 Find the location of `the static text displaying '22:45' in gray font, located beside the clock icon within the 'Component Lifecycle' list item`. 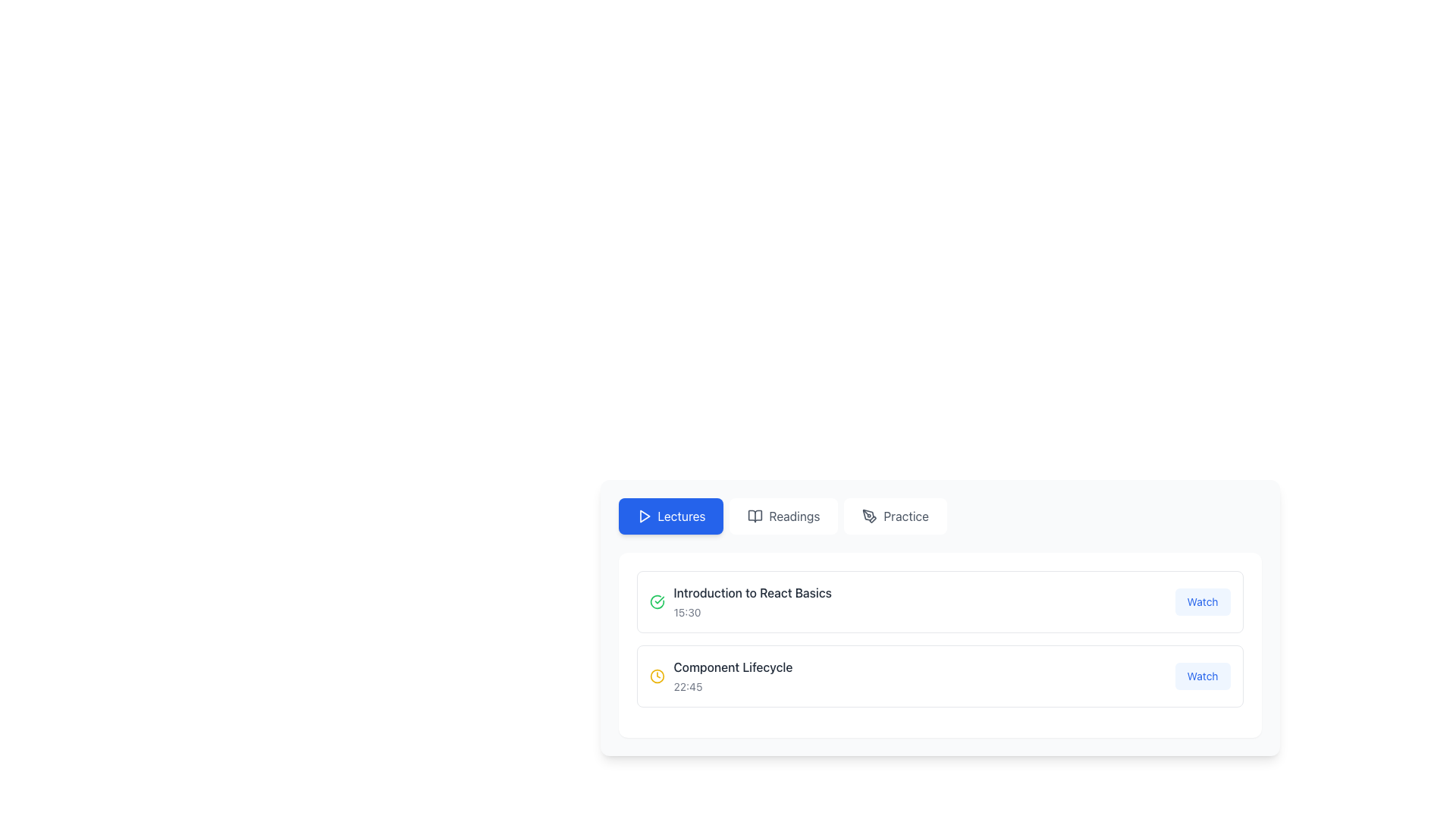

the static text displaying '22:45' in gray font, located beside the clock icon within the 'Component Lifecycle' list item is located at coordinates (687, 687).